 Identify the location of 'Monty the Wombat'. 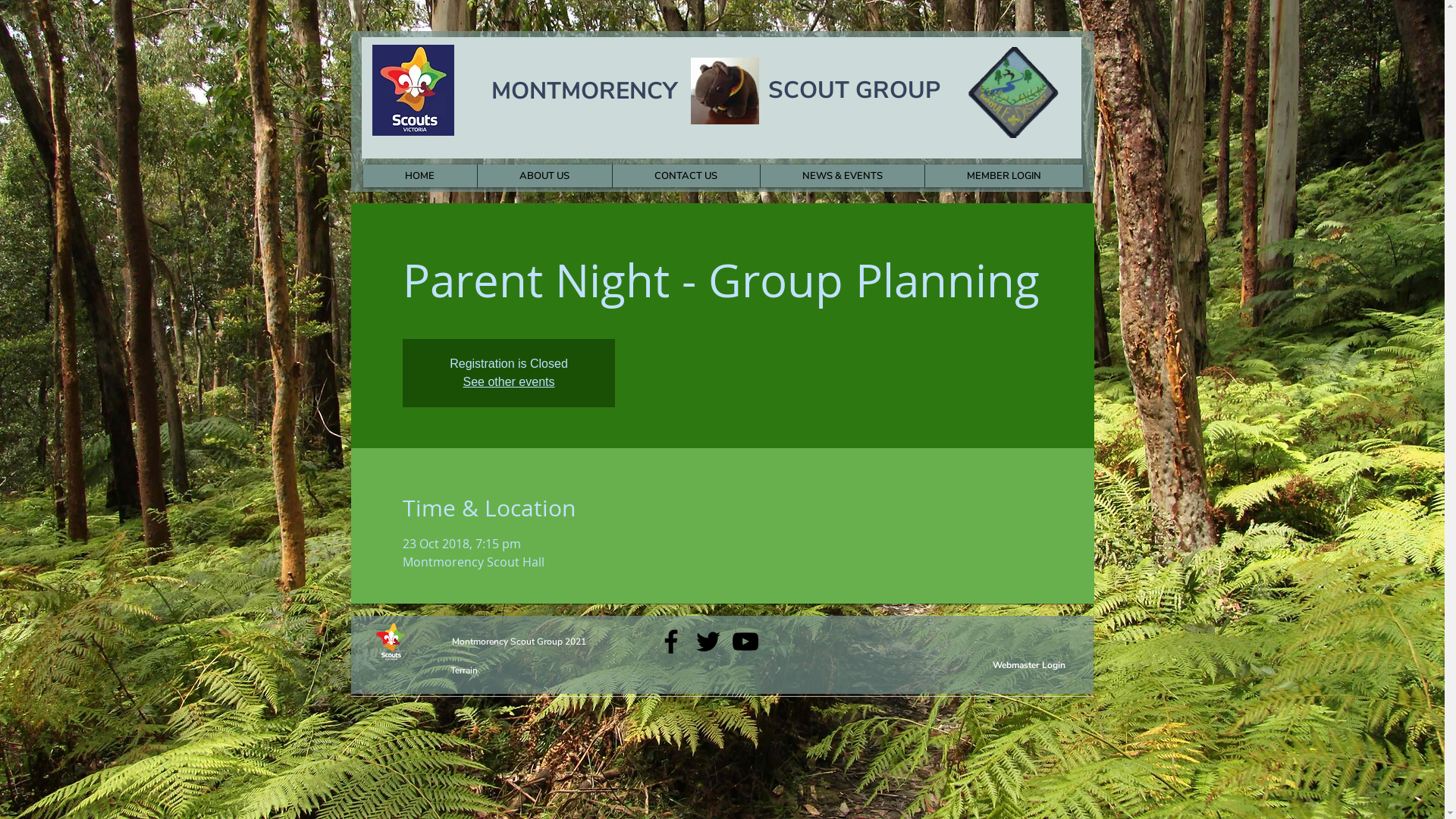
(723, 90).